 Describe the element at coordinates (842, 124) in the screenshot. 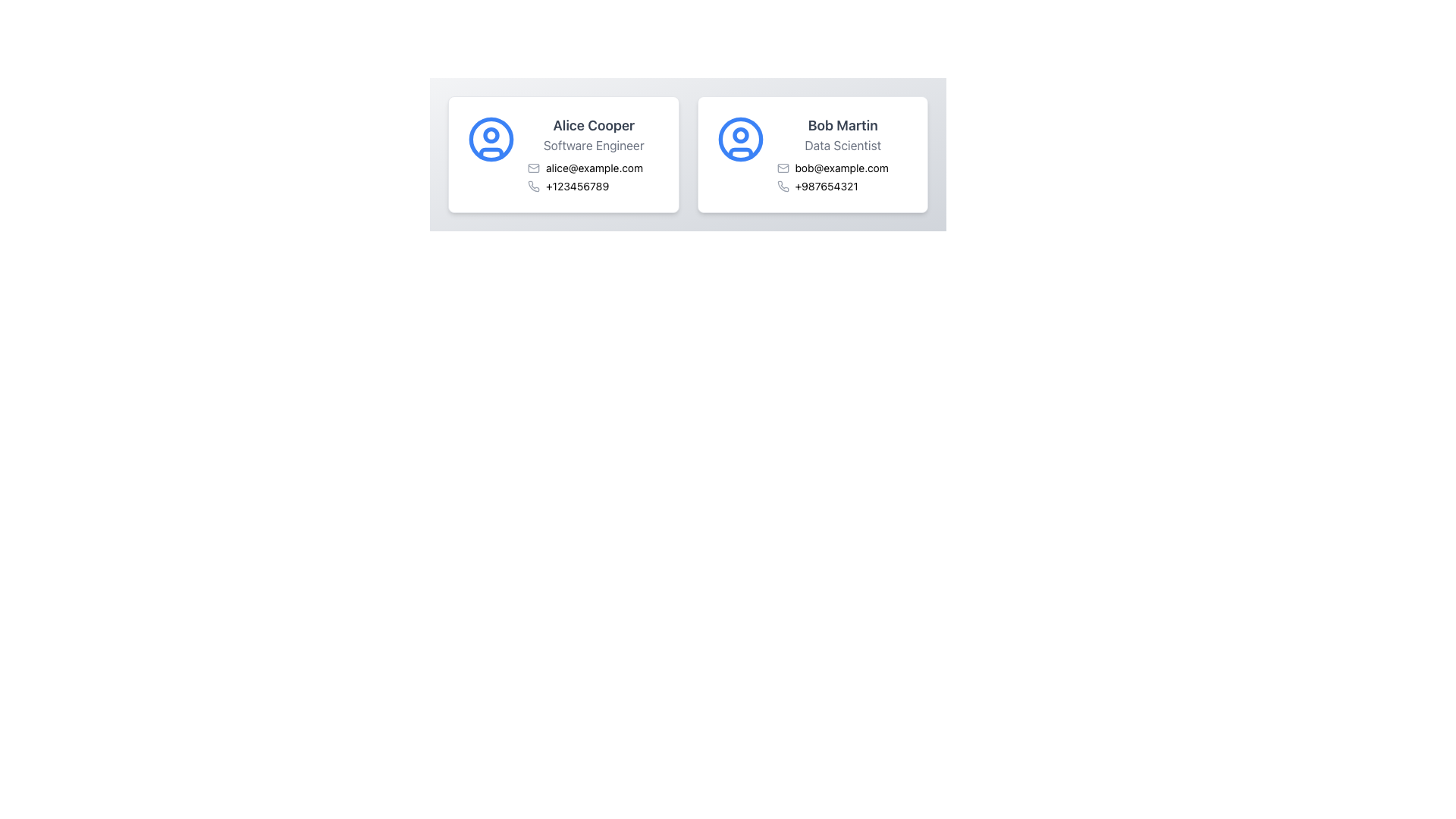

I see `the text label displaying 'Bob Martin' in the second profile card, which is above the 'Data Scientist' label and beside the profile icon` at that location.